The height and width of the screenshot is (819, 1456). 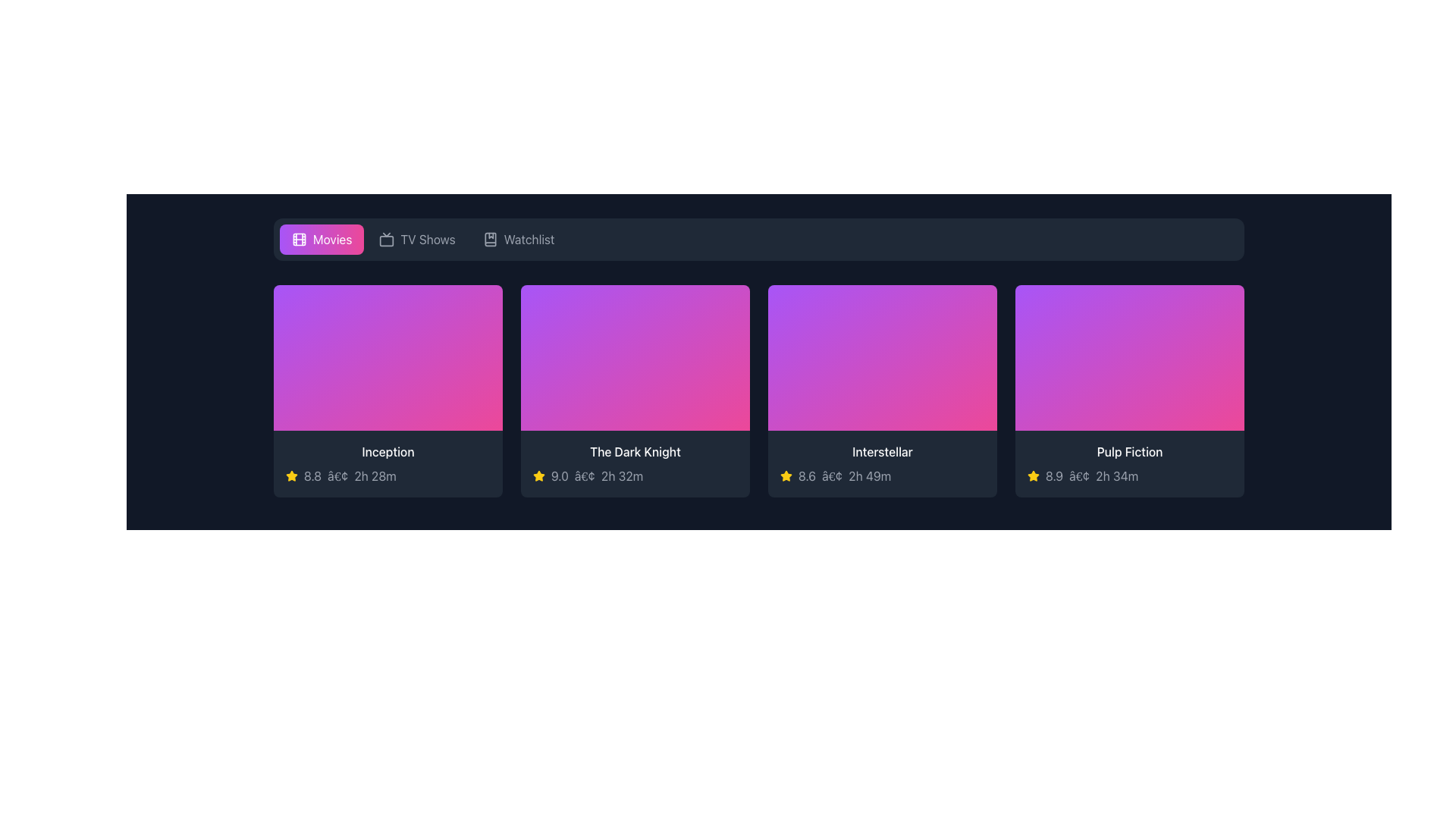 What do you see at coordinates (490, 239) in the screenshot?
I see `the stylized bookmark icon located to the left of the 'Watchlist' text in the top navigation bar` at bounding box center [490, 239].